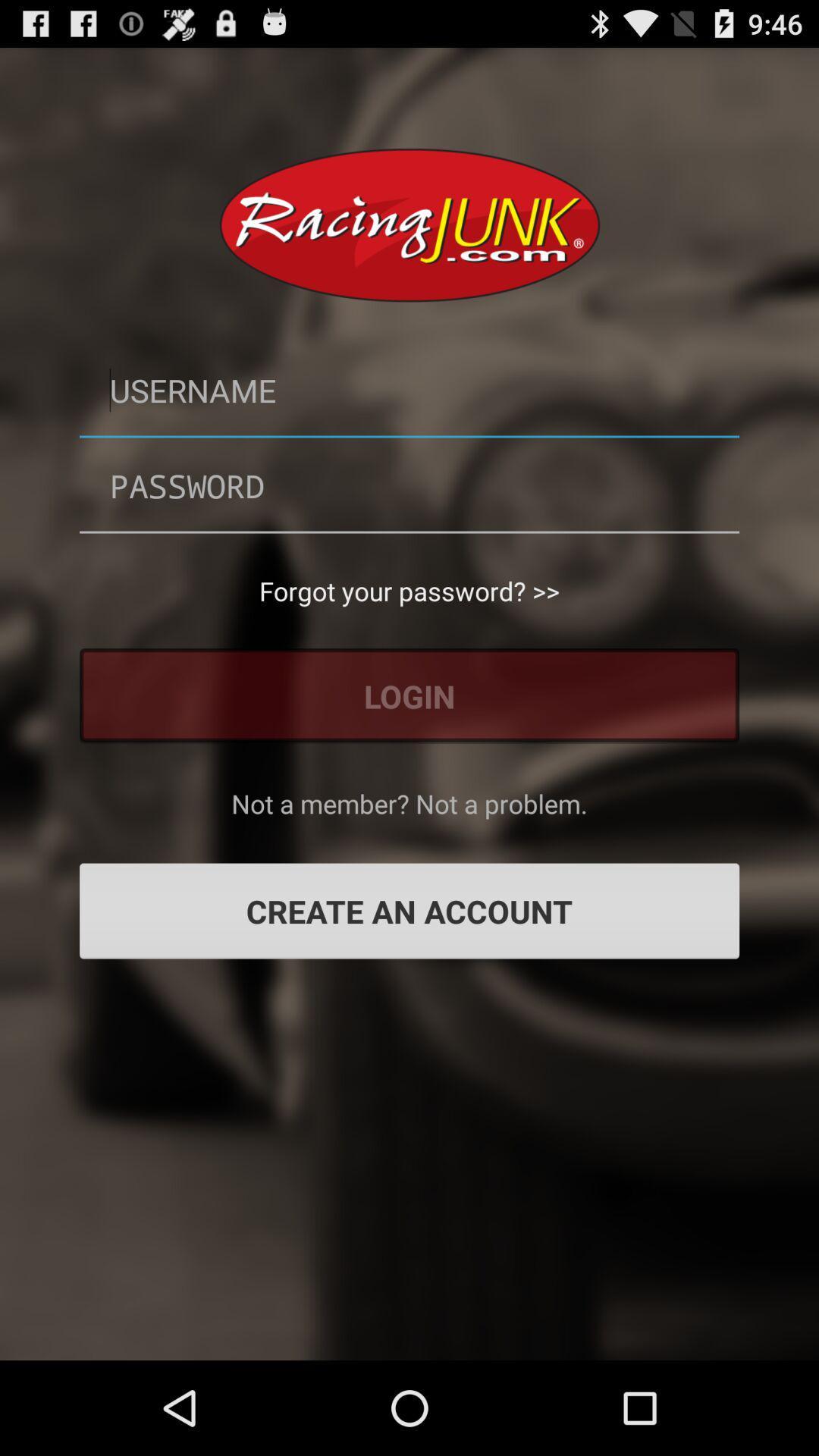 This screenshot has width=819, height=1456. What do you see at coordinates (409, 485) in the screenshot?
I see `password column` at bounding box center [409, 485].